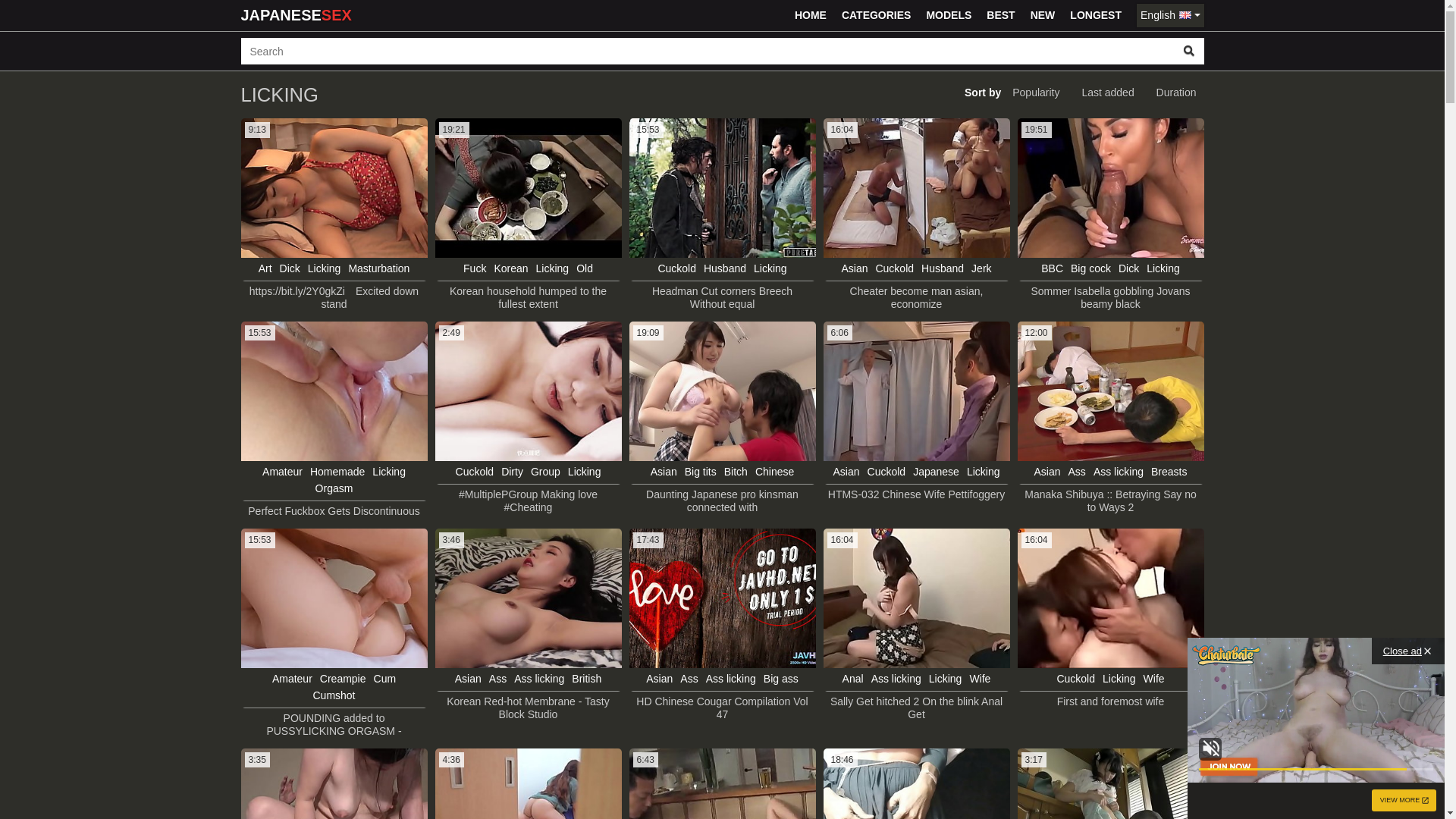  What do you see at coordinates (1143, 677) in the screenshot?
I see `'Wife'` at bounding box center [1143, 677].